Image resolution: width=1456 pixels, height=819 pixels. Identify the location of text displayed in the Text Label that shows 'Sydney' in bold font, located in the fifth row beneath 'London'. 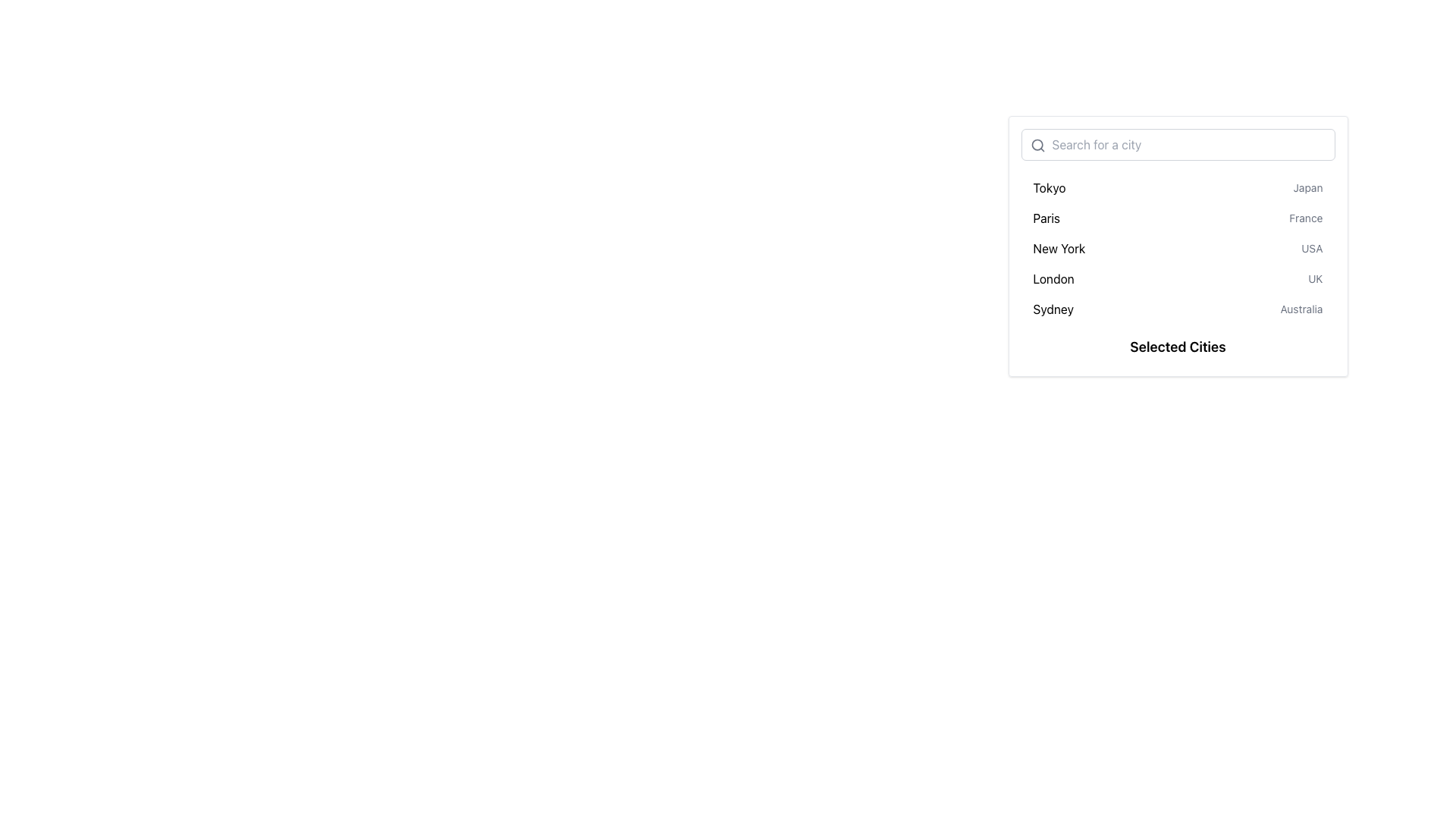
(1053, 309).